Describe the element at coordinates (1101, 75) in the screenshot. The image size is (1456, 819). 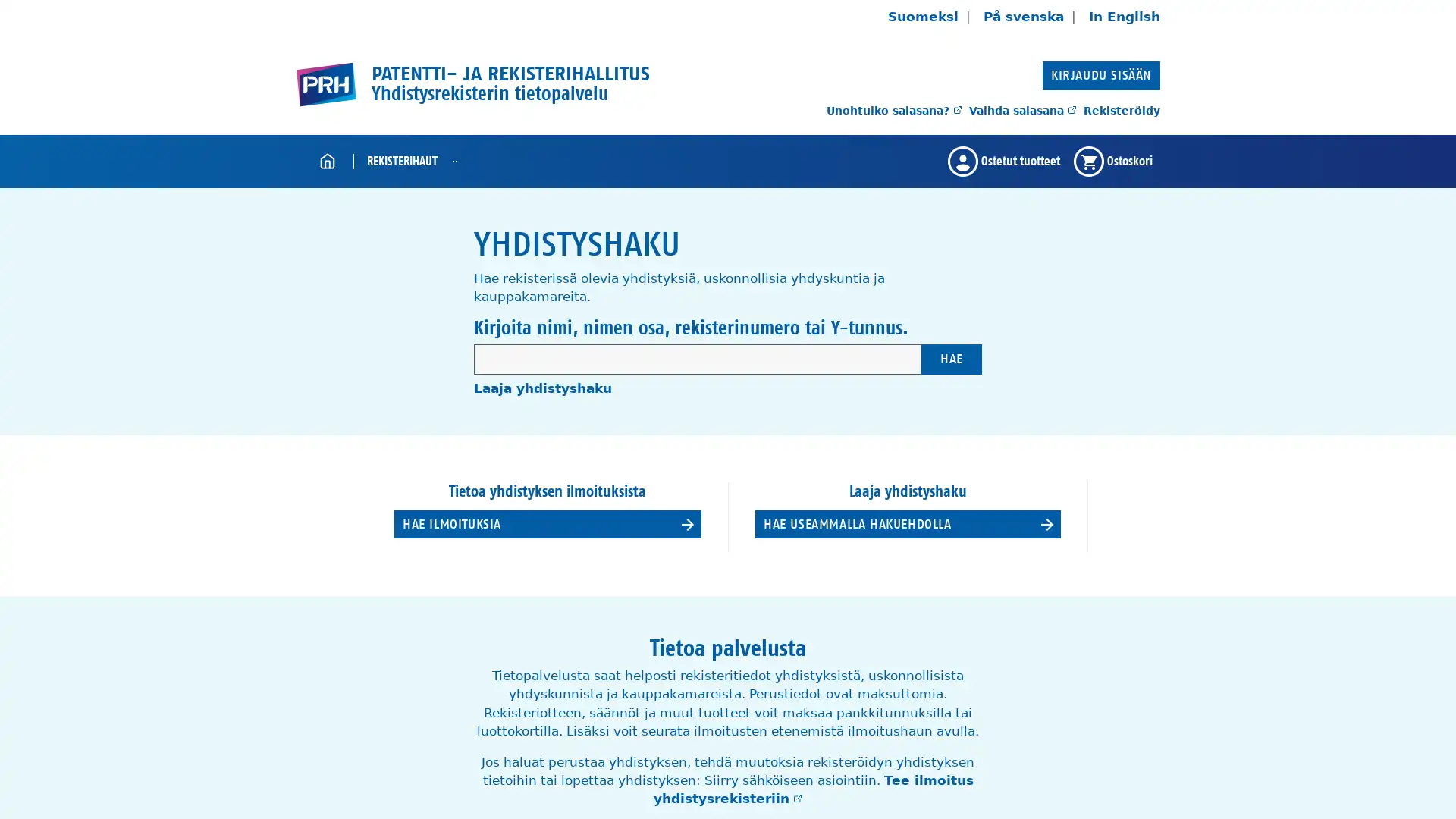
I see `Kirjaudu sisaan` at that location.